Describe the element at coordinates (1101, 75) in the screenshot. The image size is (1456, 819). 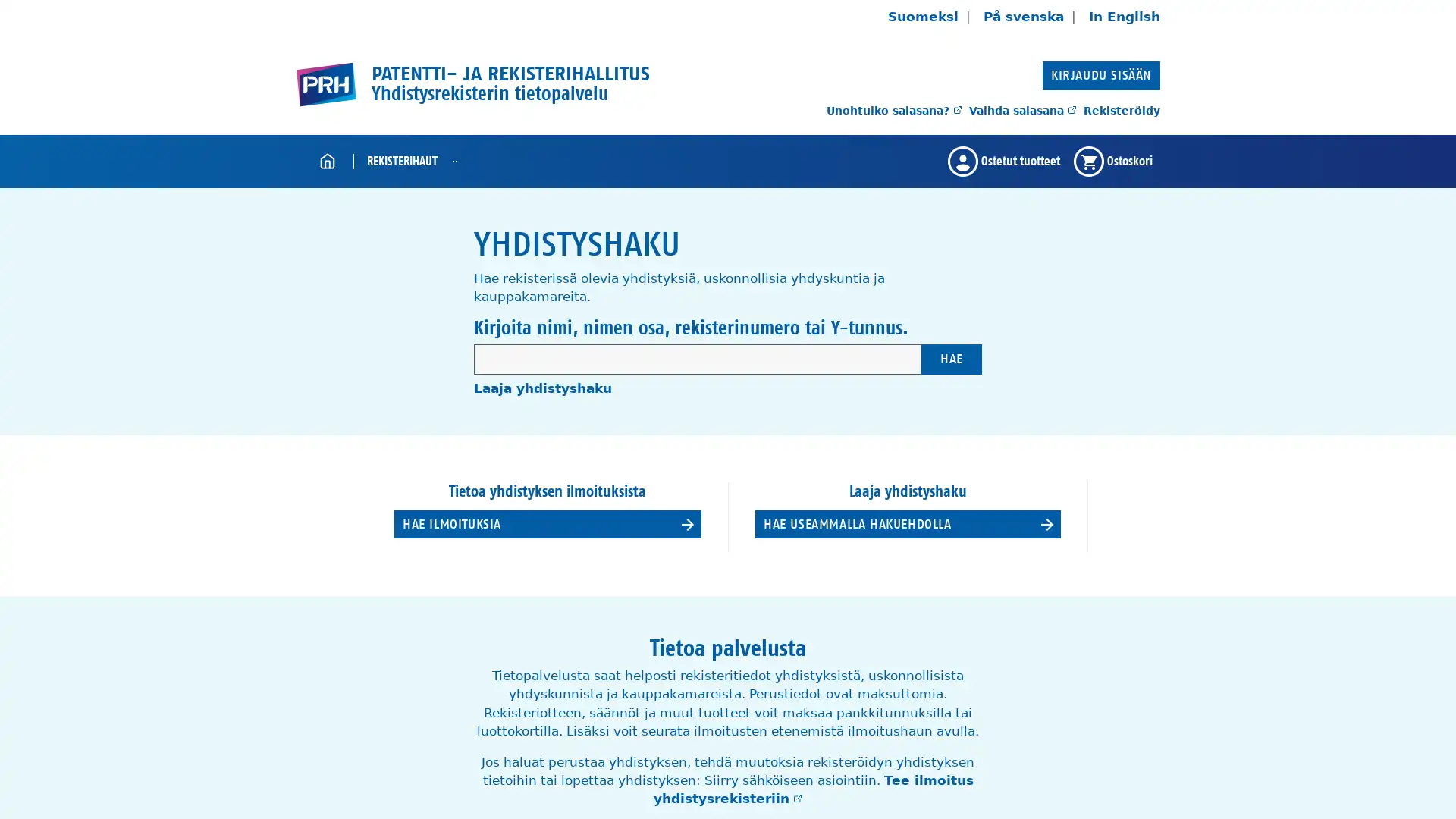
I see `Kirjaudu sisaan` at that location.